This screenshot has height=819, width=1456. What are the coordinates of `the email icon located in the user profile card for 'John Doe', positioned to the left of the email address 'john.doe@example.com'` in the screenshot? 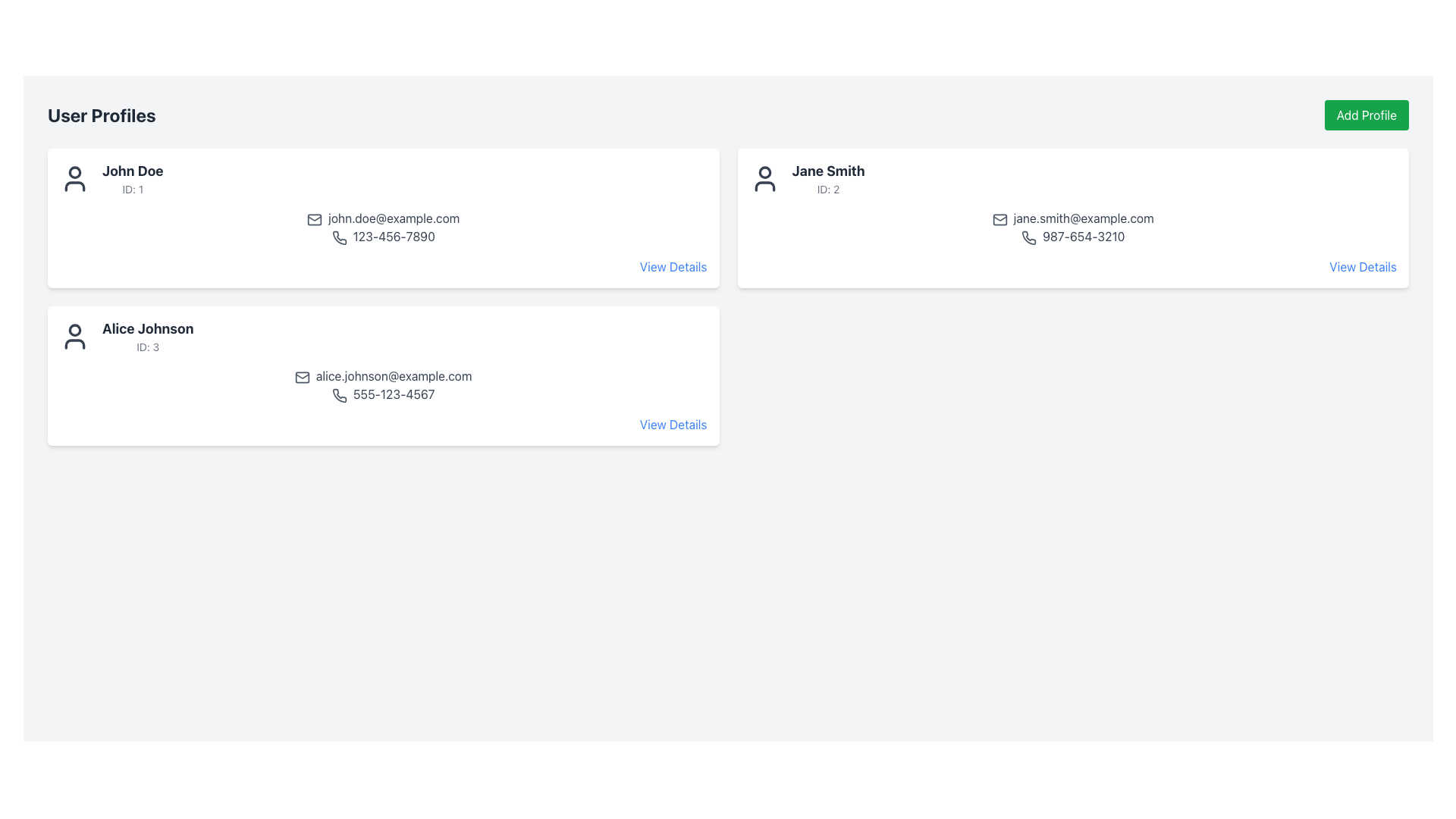 It's located at (314, 219).